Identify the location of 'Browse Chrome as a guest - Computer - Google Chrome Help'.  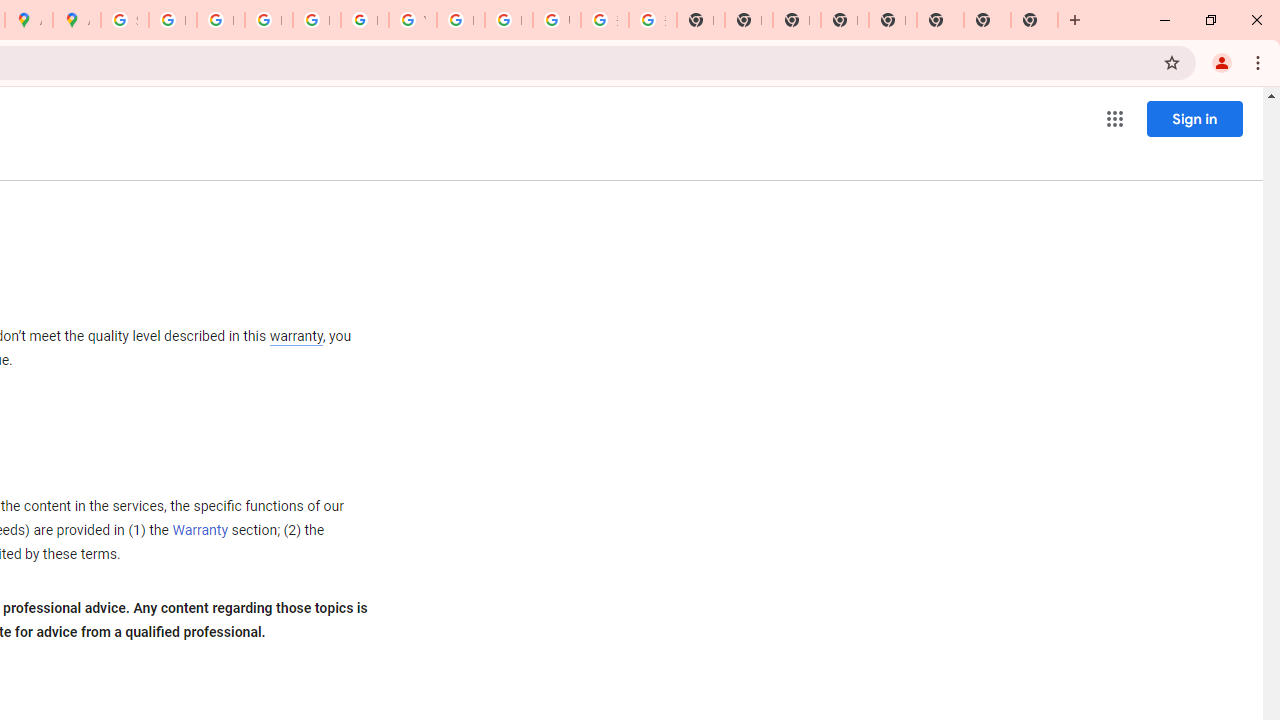
(459, 20).